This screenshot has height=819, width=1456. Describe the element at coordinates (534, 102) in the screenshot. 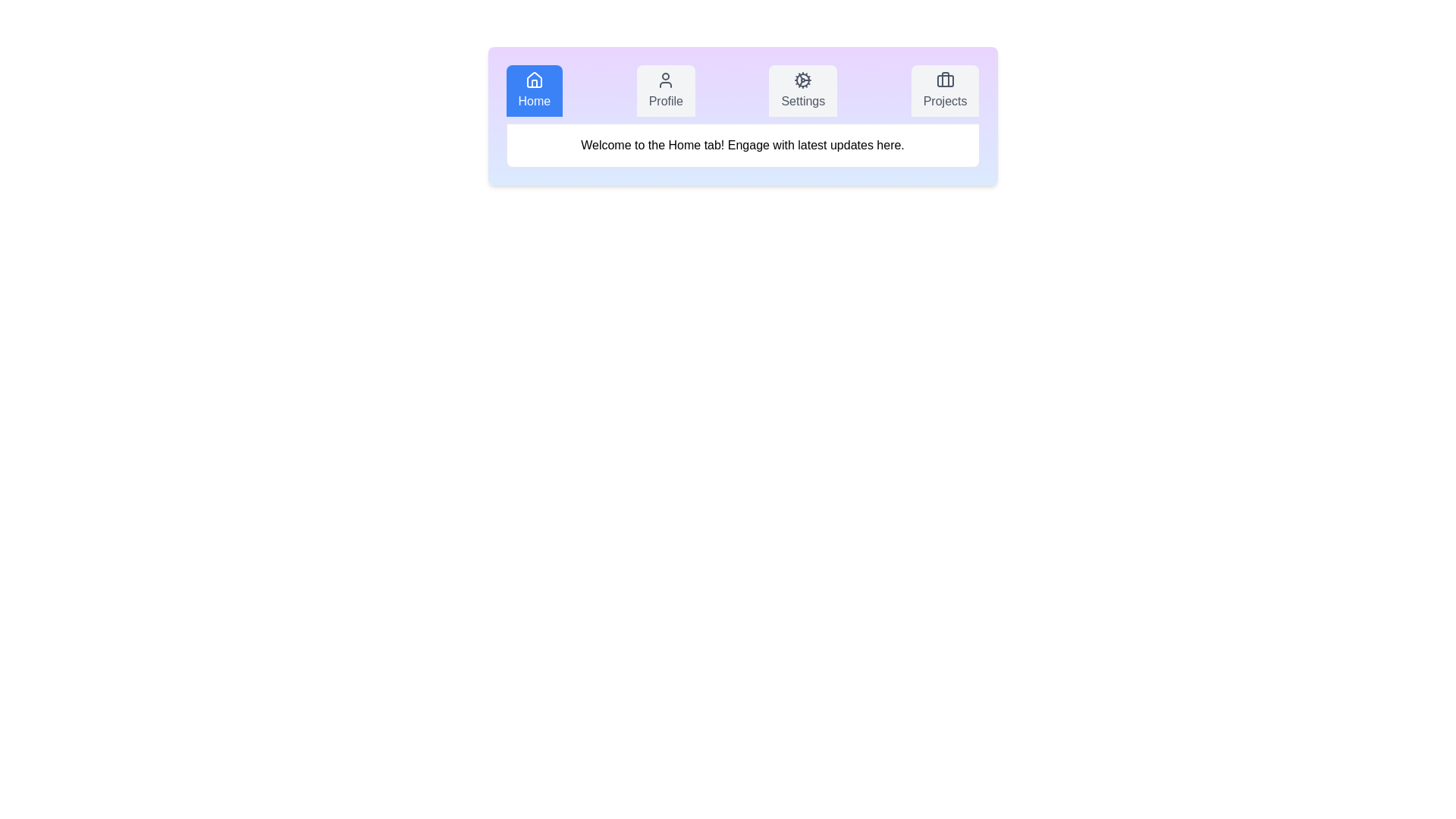

I see `the text label within the home navigation button located at the top of the interface, positioned below the house icon` at that location.